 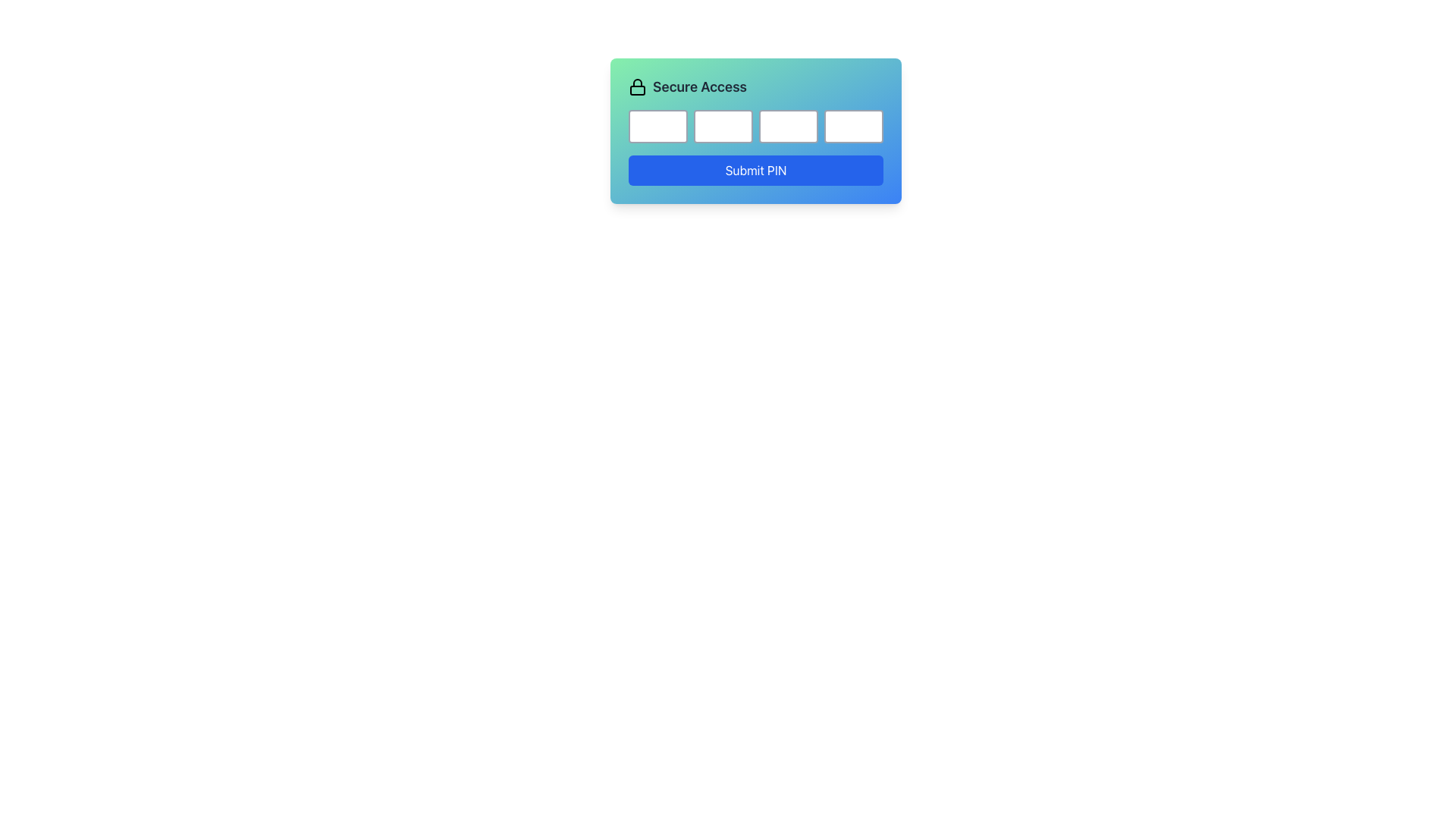 I want to click on the first password input field in the Secure Access card interface, so click(x=658, y=125).